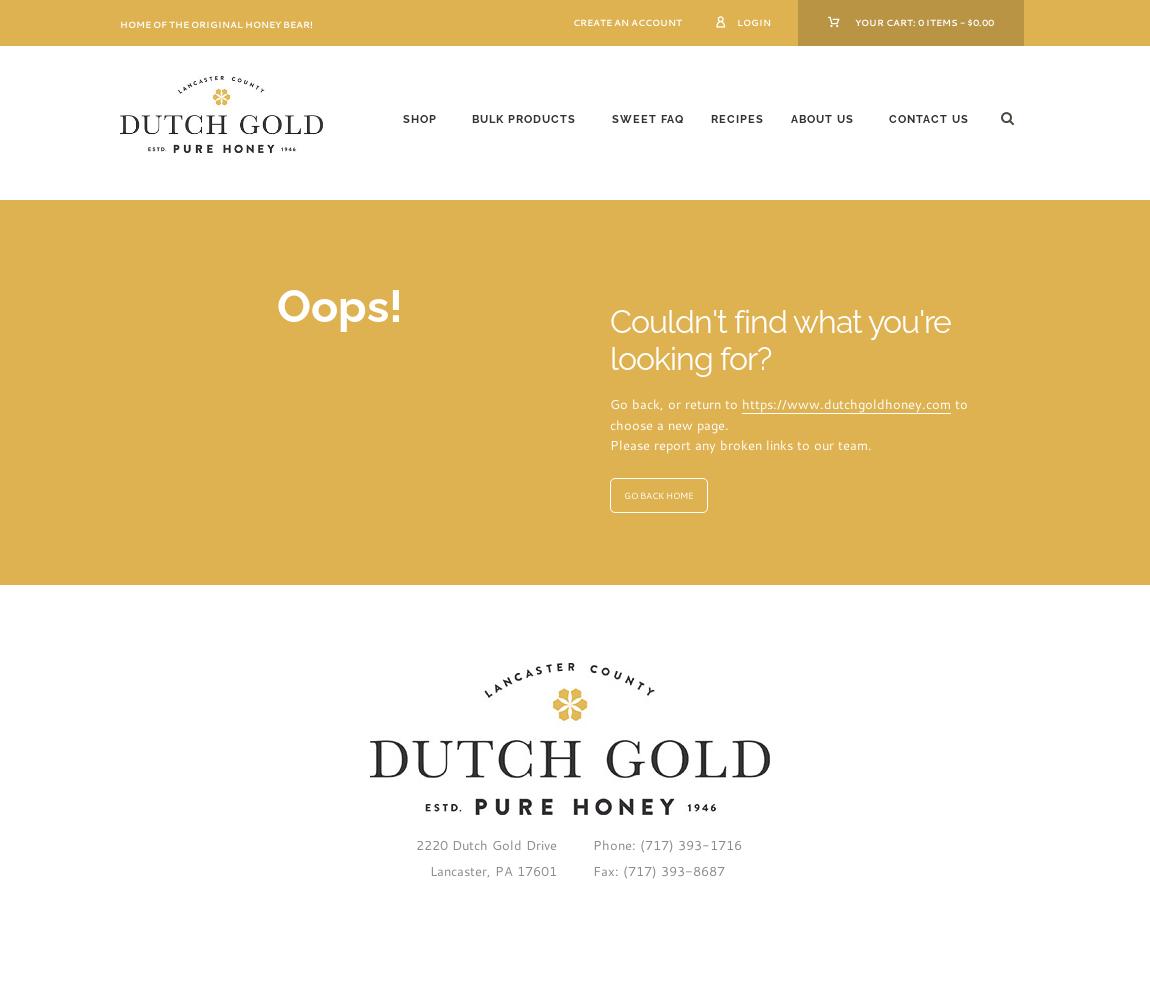 The image size is (1150, 1000). Describe the element at coordinates (674, 404) in the screenshot. I see `'Go back, or return to'` at that location.